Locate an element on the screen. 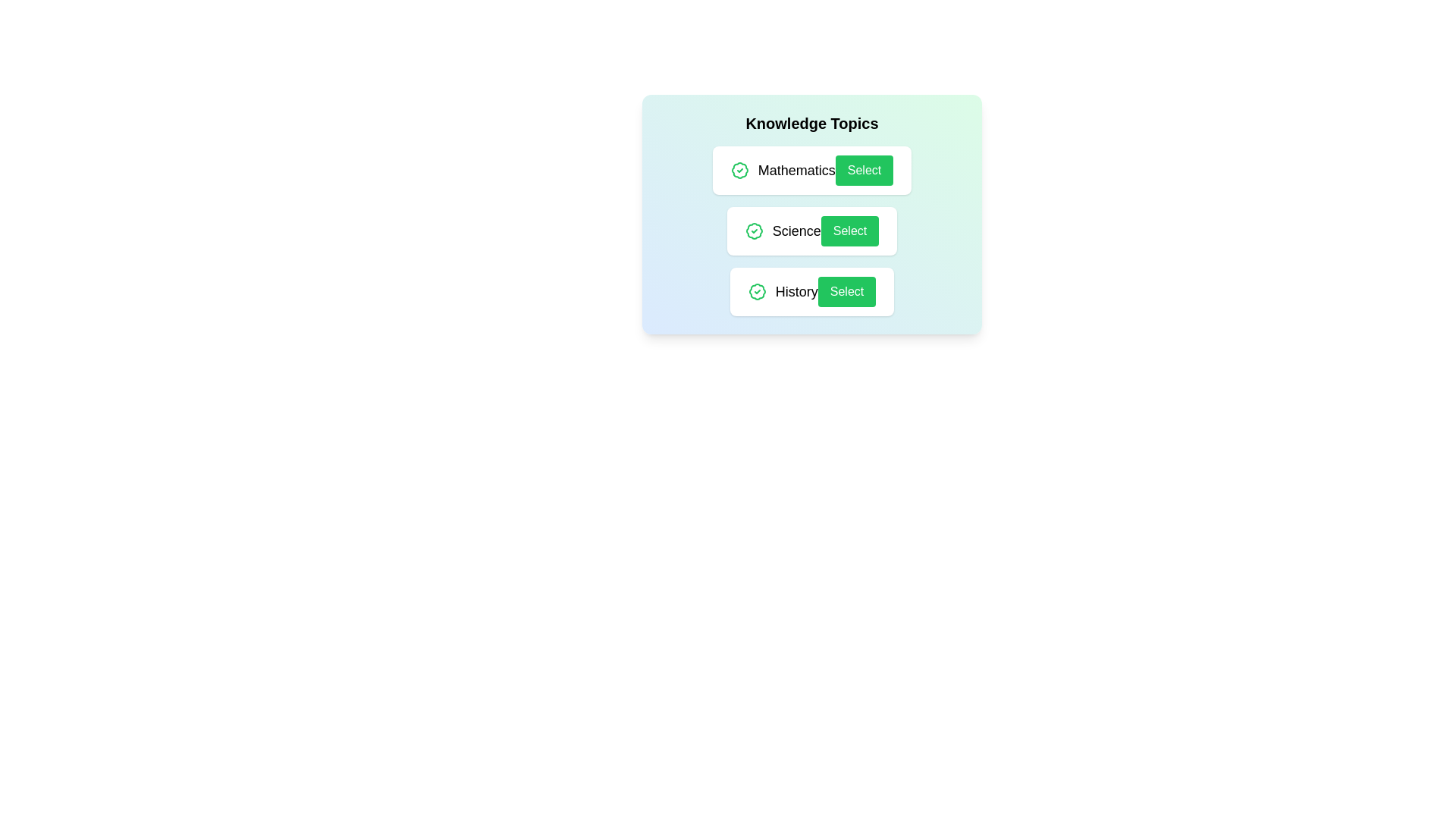  the topic entry for History is located at coordinates (811, 292).